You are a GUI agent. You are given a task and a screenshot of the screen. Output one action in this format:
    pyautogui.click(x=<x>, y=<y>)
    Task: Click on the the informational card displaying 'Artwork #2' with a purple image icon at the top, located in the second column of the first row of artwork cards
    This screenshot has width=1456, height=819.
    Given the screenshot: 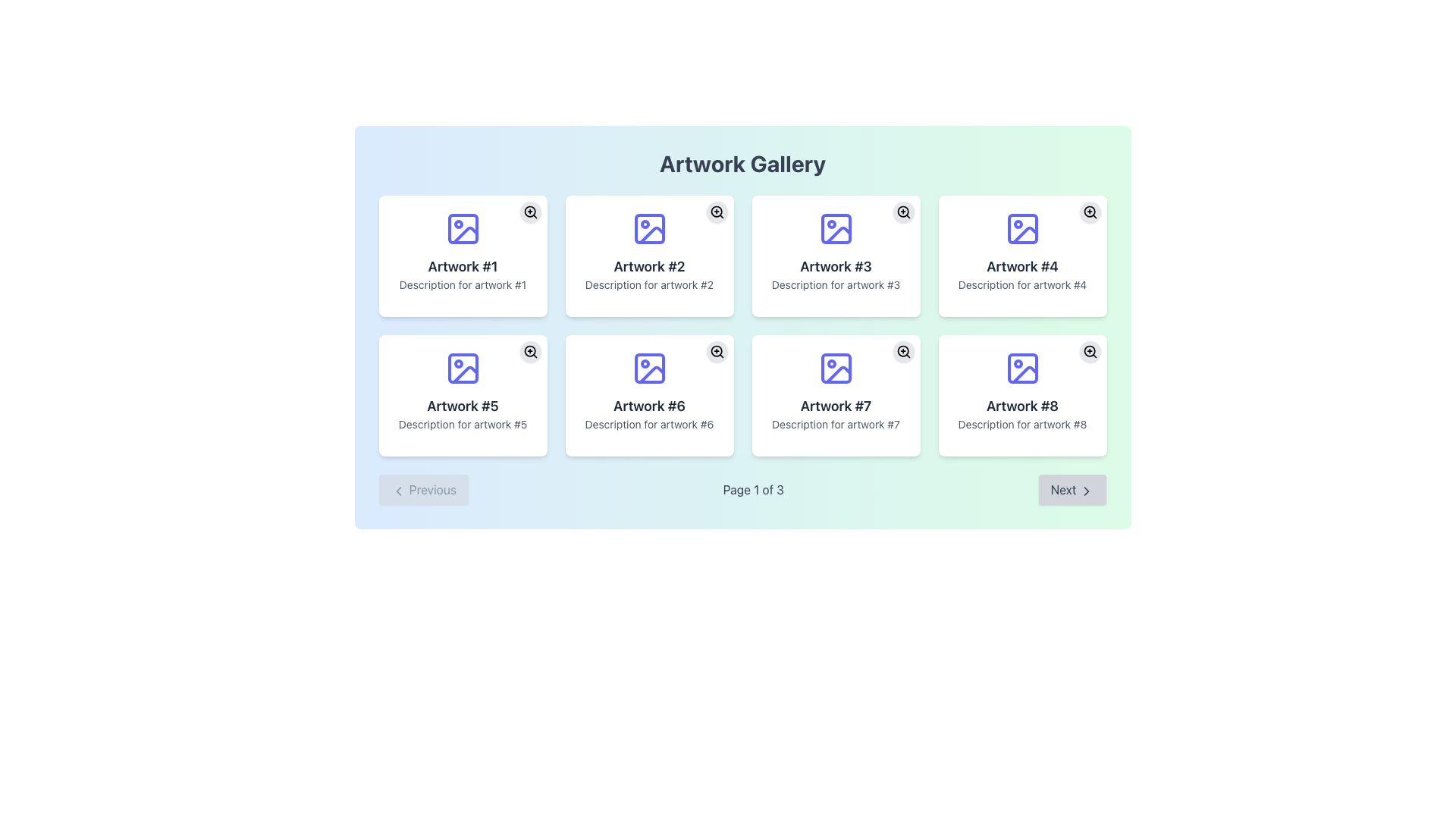 What is the action you would take?
    pyautogui.click(x=649, y=256)
    